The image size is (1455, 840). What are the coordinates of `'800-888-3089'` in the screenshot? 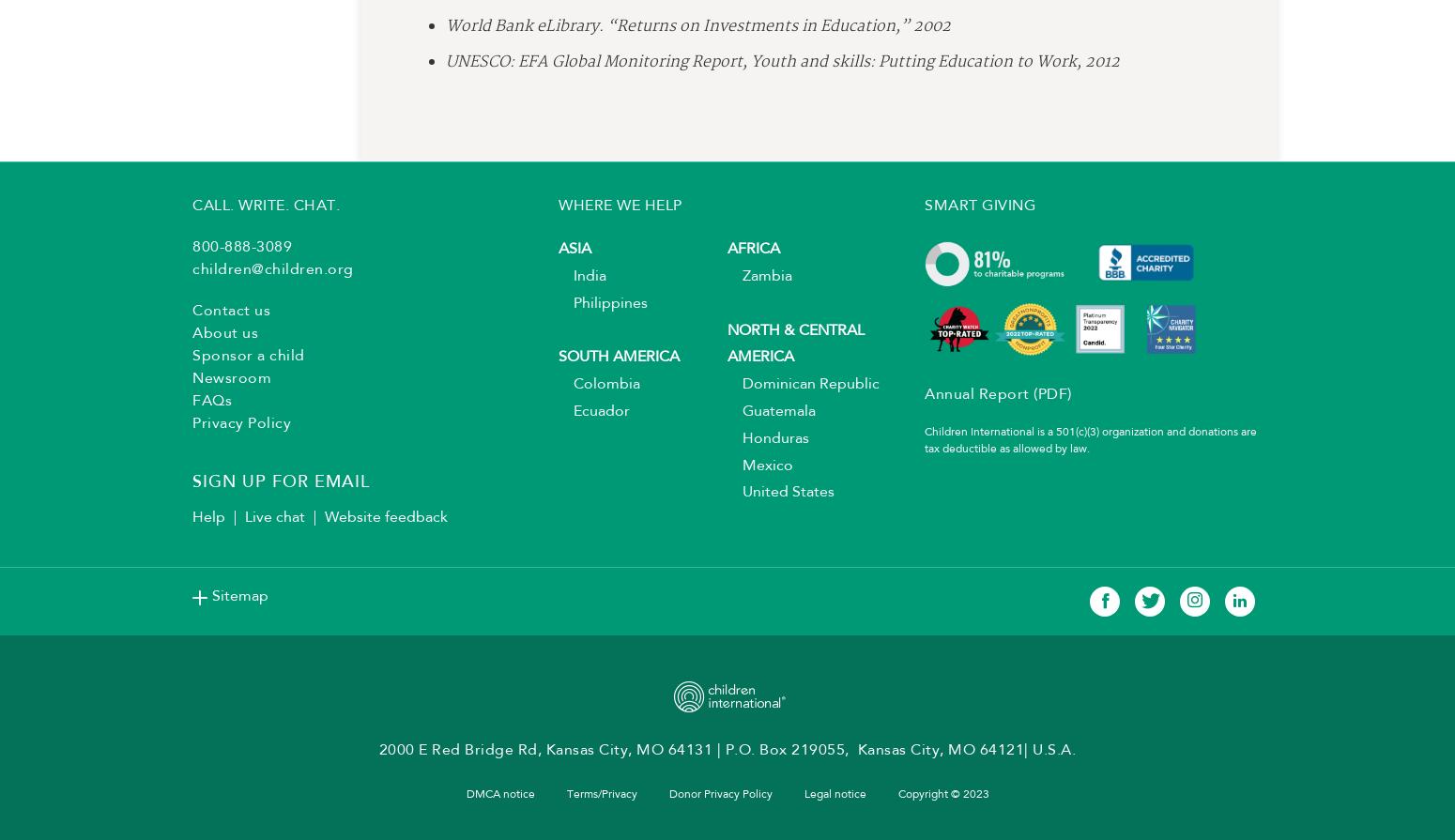 It's located at (242, 254).